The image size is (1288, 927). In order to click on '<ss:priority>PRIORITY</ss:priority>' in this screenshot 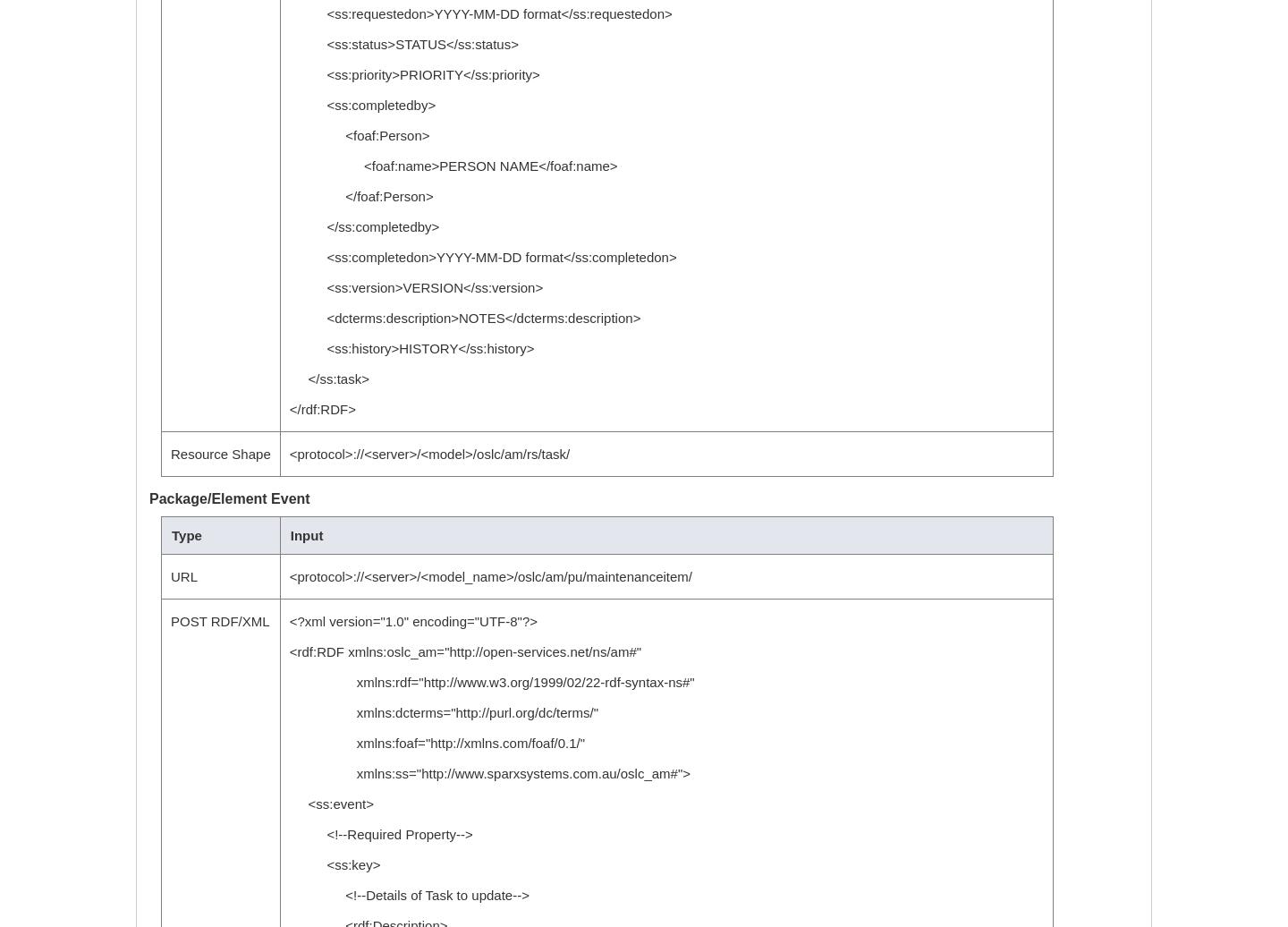, I will do `click(288, 74)`.